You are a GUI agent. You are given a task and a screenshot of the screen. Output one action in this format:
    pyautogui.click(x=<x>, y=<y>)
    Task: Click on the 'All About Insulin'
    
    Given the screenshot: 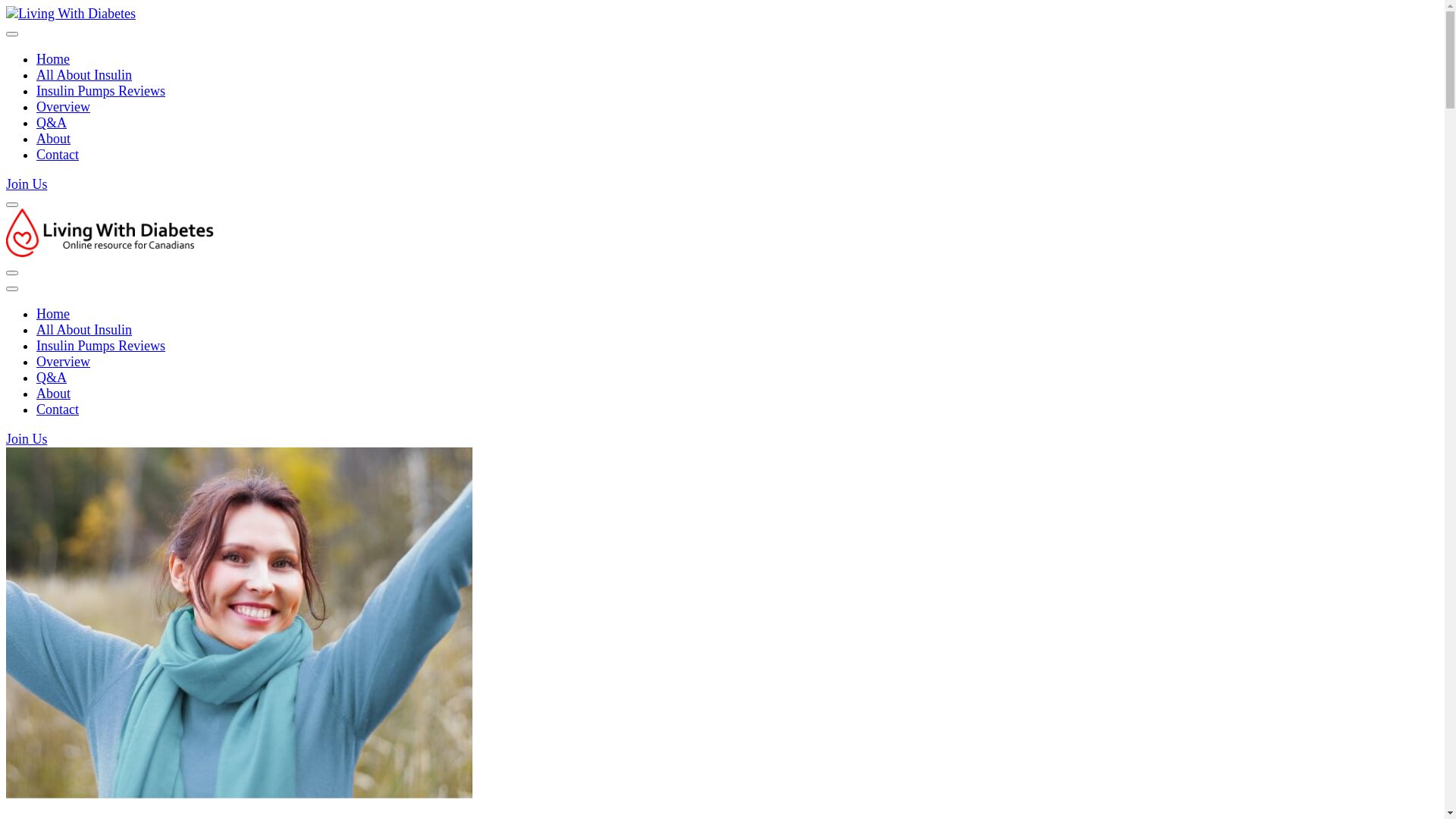 What is the action you would take?
    pyautogui.click(x=36, y=75)
    